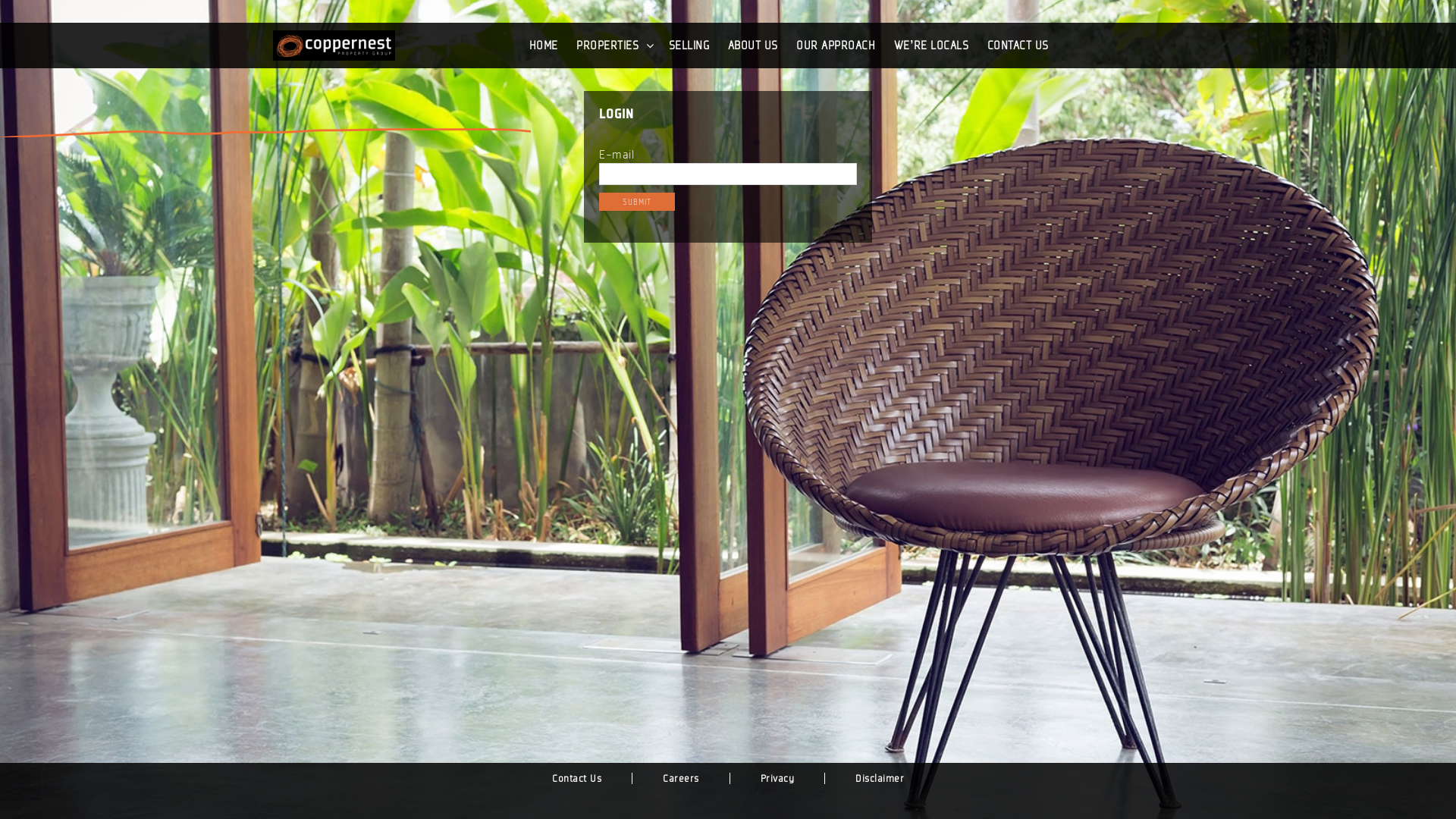  I want to click on 'PROPERTIES', so click(567, 45).